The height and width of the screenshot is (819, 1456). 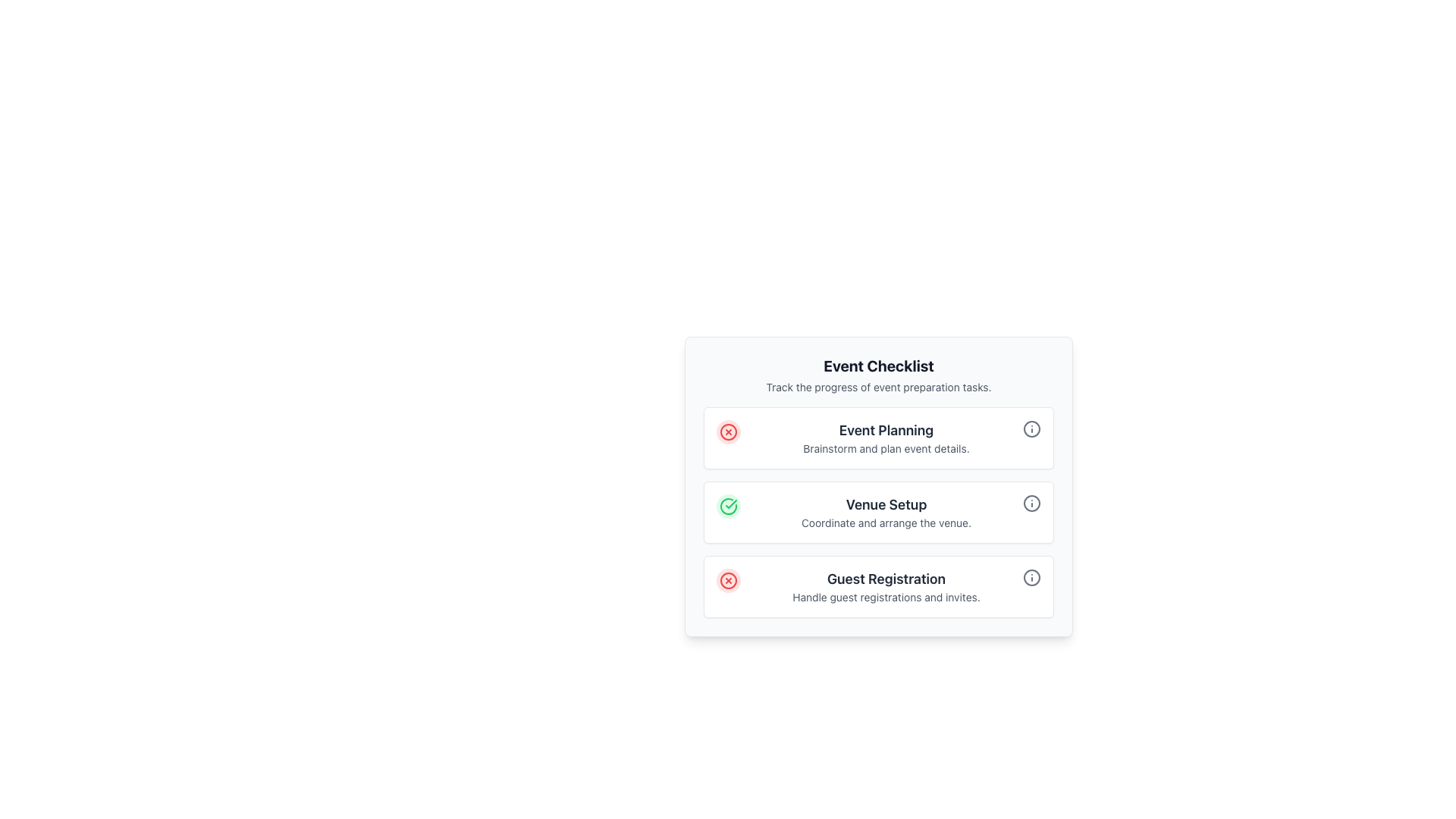 I want to click on title 'Event Checklist' and subtitle 'Track the progress of event preparation tasks' from the text block at the specified coordinates, so click(x=878, y=375).